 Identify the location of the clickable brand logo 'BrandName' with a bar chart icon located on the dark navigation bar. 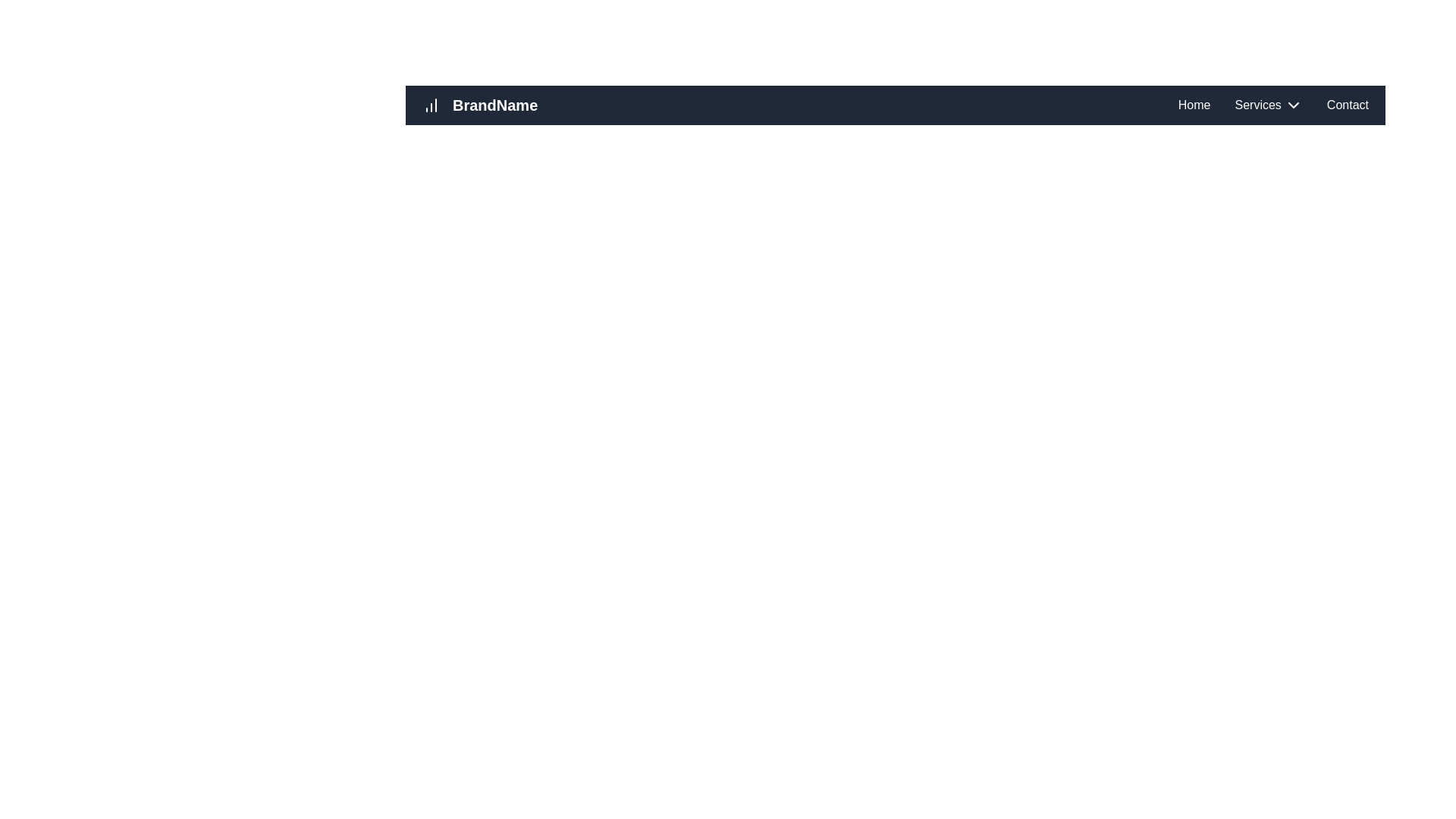
(479, 104).